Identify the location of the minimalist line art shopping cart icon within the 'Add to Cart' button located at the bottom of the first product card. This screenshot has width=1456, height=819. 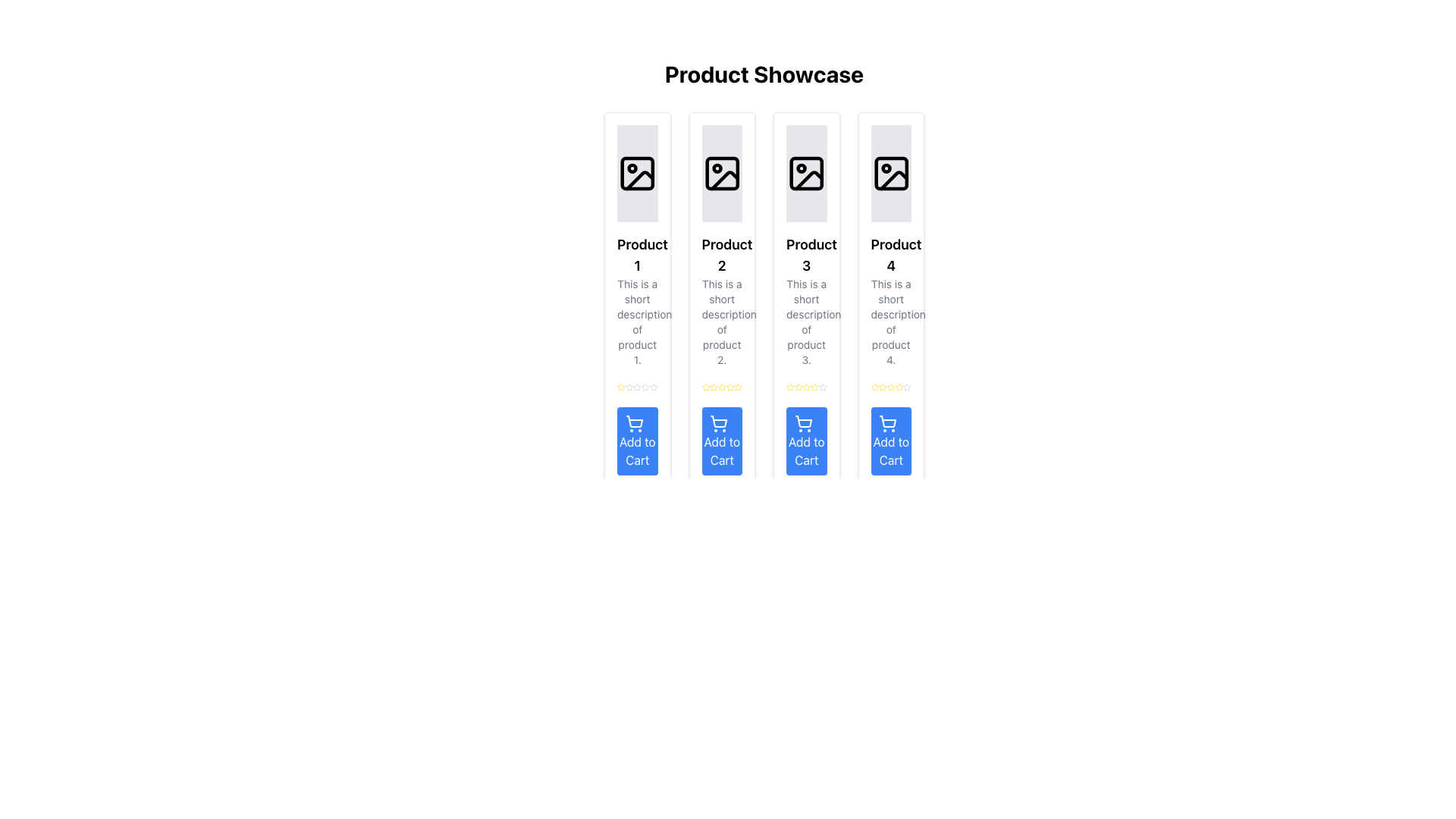
(634, 423).